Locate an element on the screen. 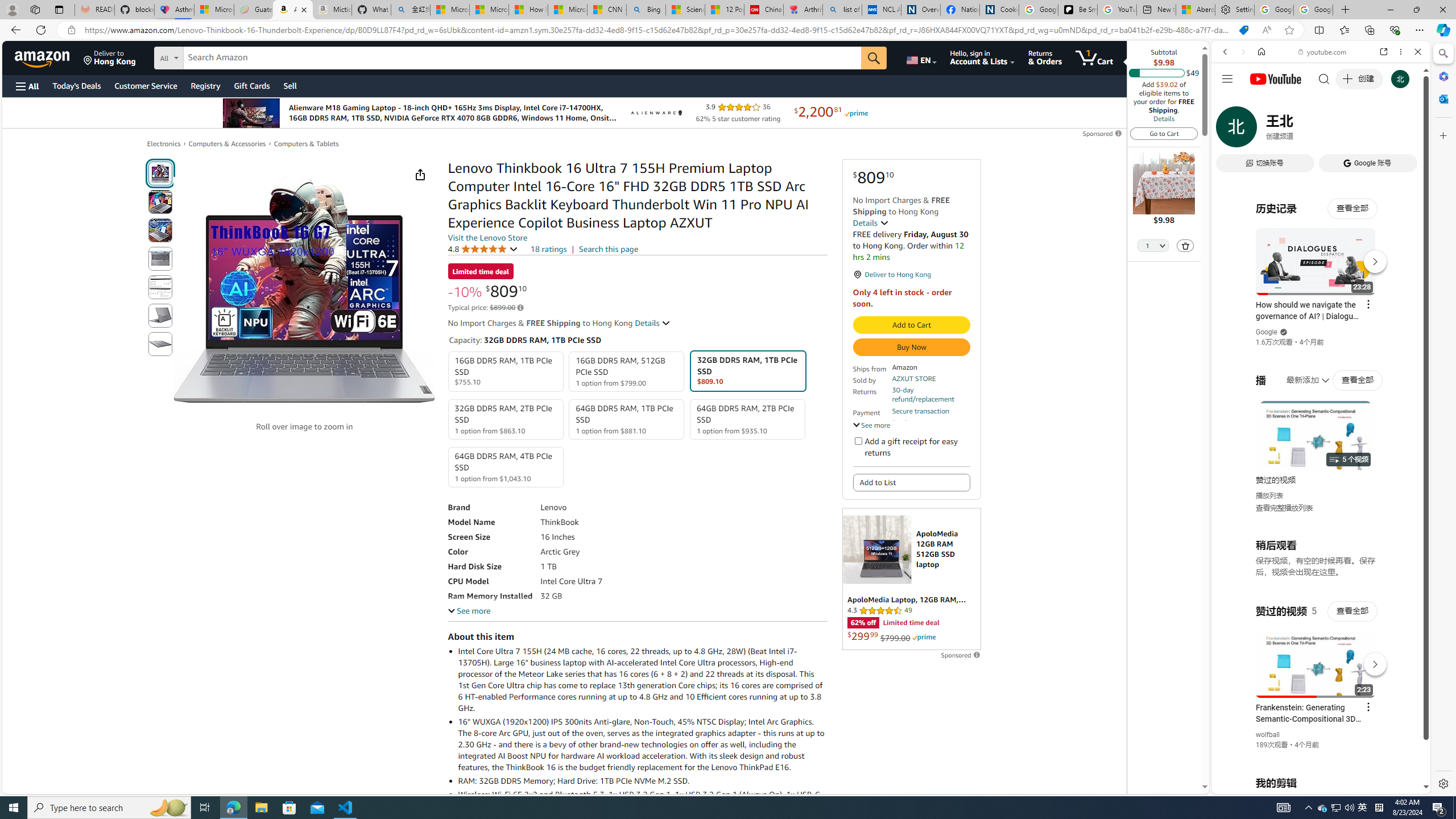 The image size is (1456, 819). 'Open Menu' is located at coordinates (26, 85).